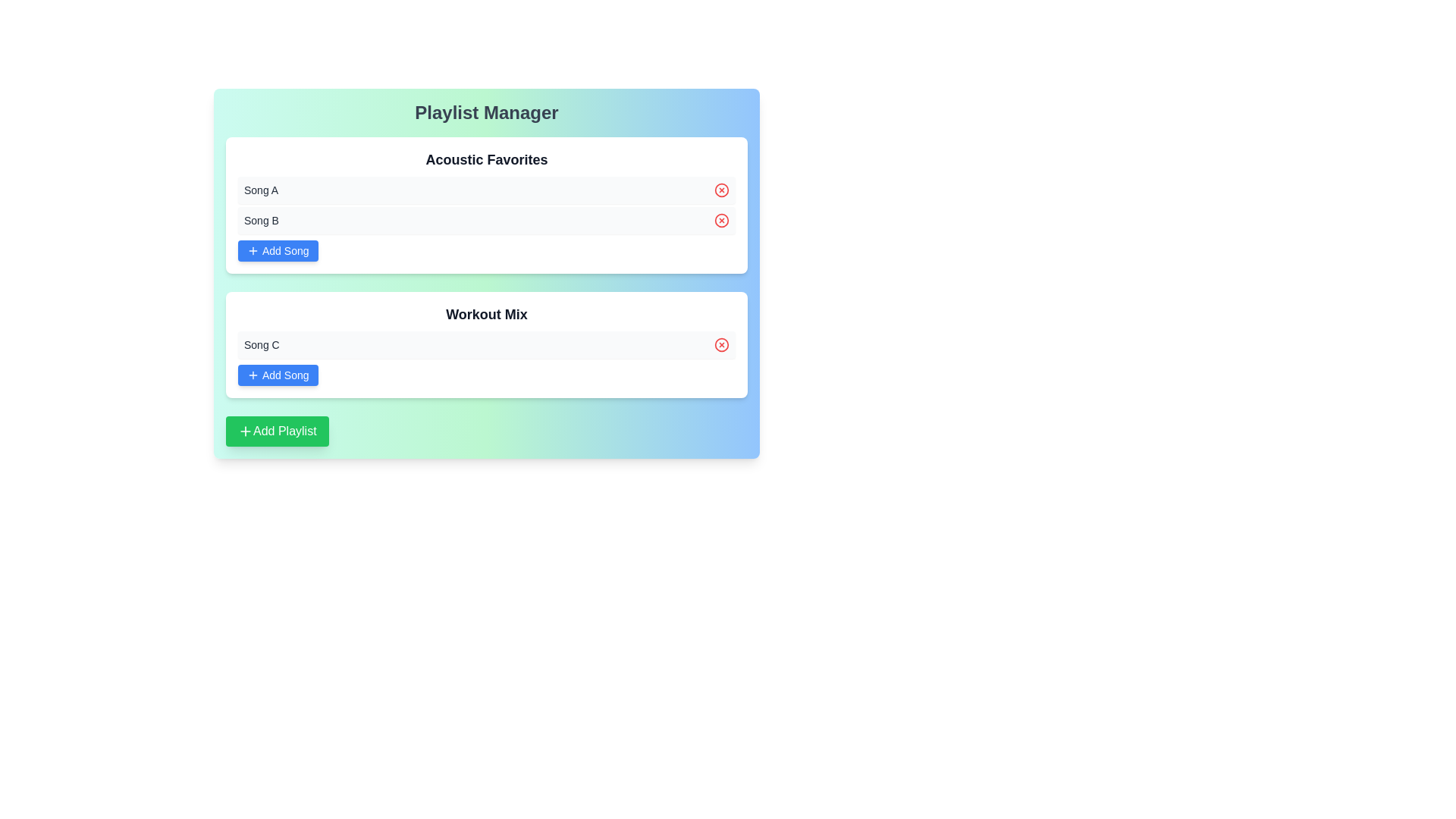  I want to click on the circular 'X' icon used to trigger the removal action for the playlist entry 'Song B' in the 'Acoustic Favorites' playlist, so click(720, 220).